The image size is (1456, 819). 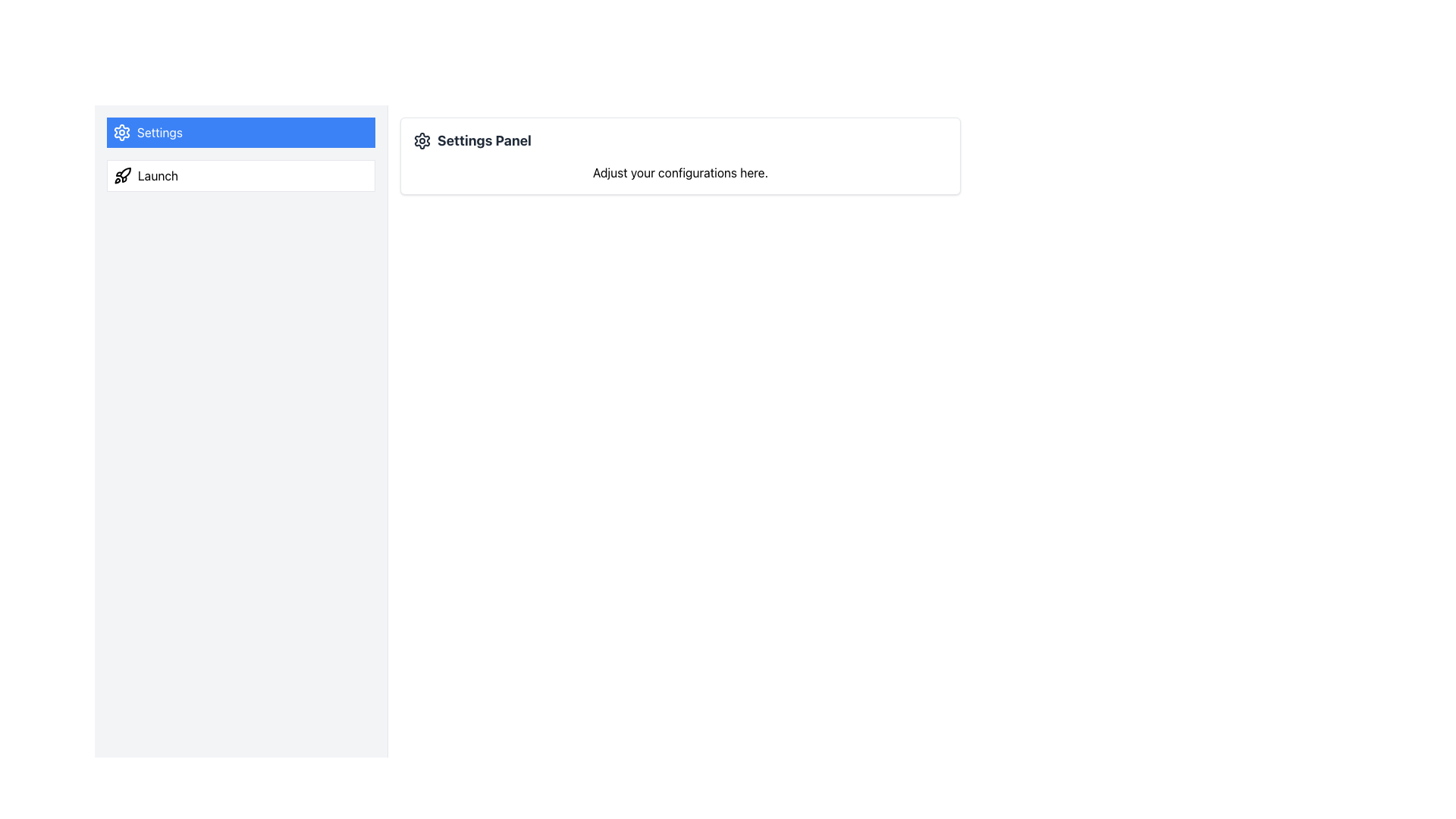 What do you see at coordinates (123, 174) in the screenshot?
I see `the rocket-shaped icon located to the left of the 'Launch' text in the sidebar menu` at bounding box center [123, 174].